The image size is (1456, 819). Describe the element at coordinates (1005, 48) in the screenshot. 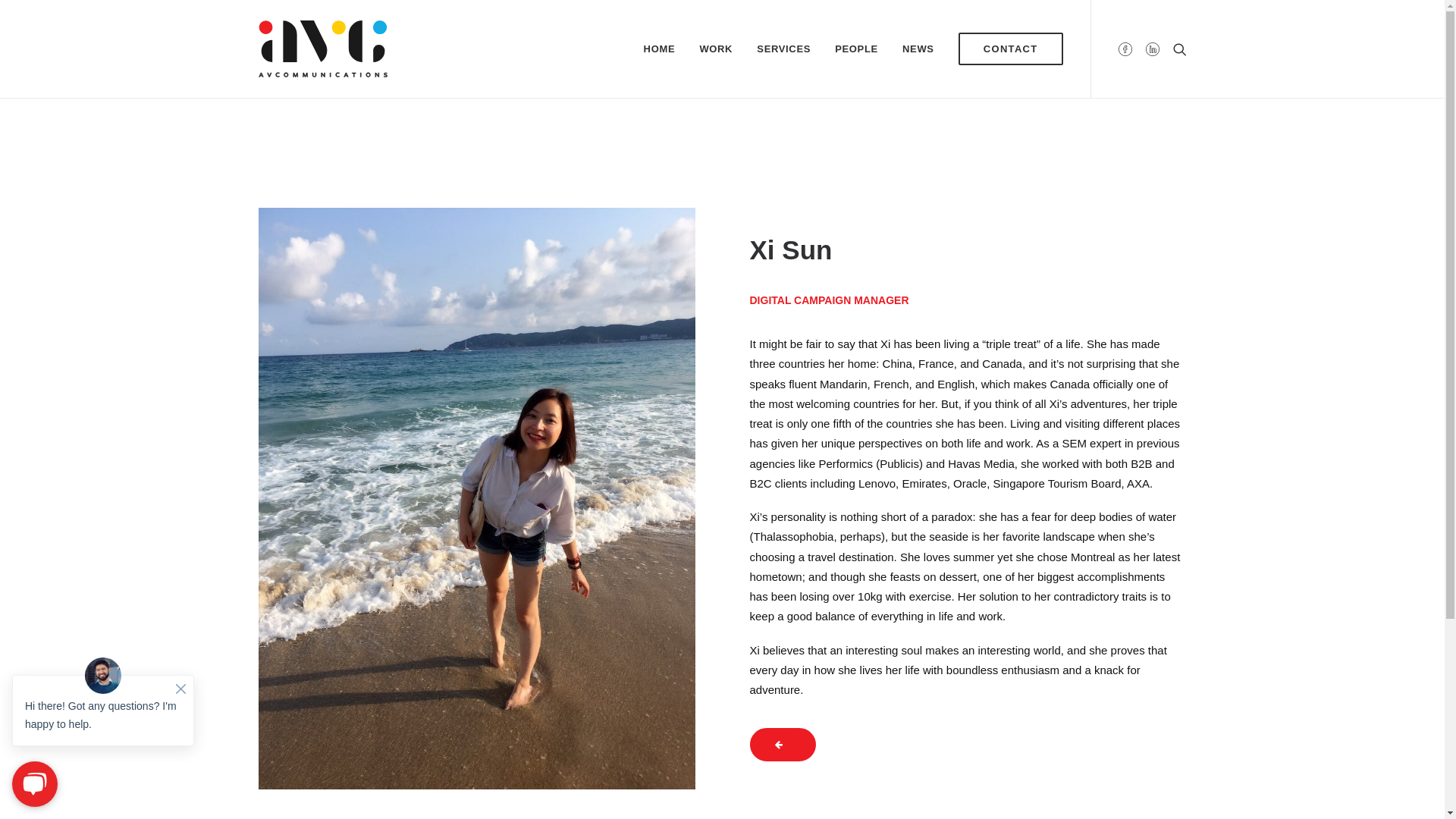

I see `'CONTACT'` at that location.